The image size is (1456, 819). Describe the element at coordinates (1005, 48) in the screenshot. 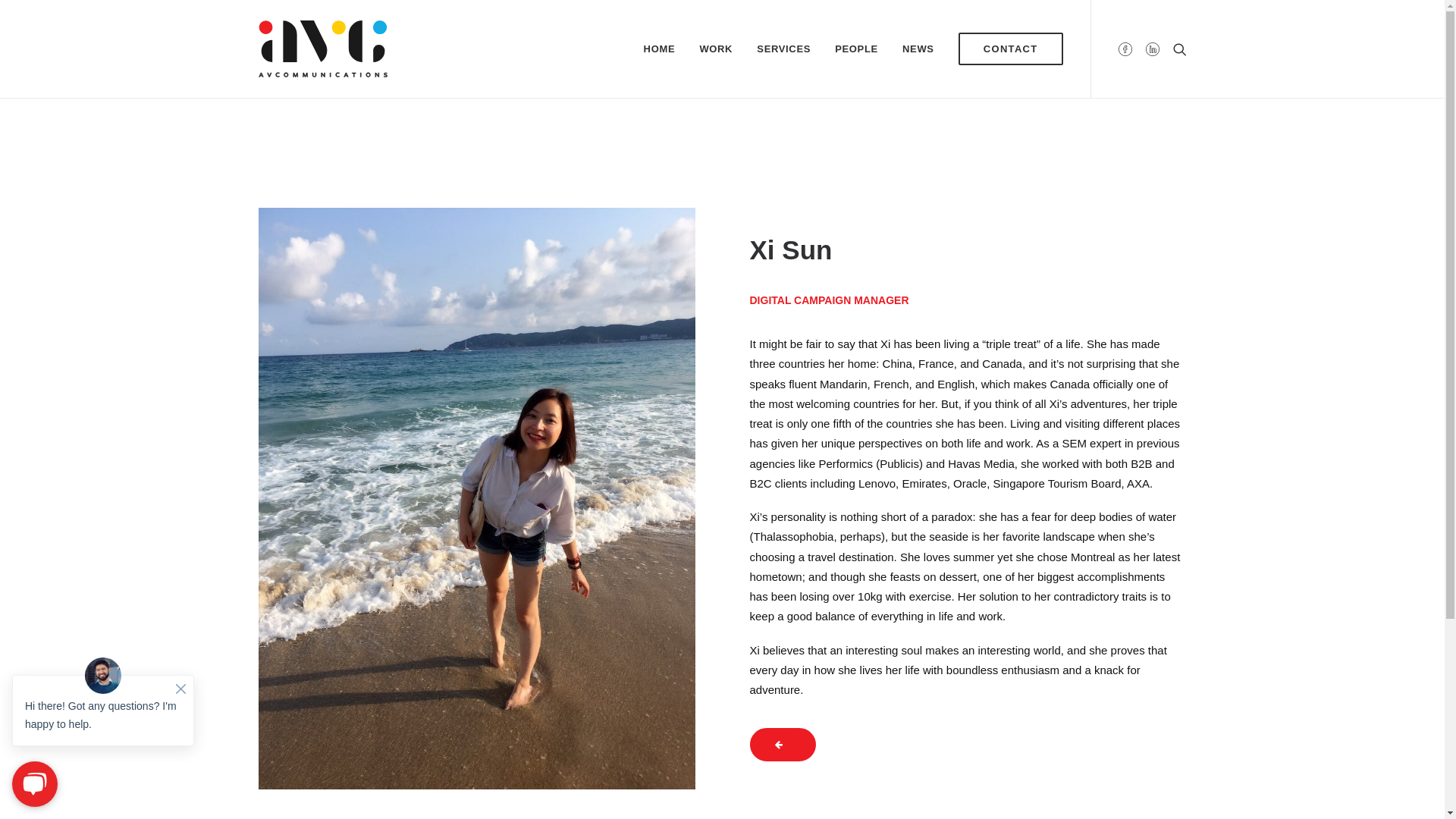

I see `'CONTACT'` at that location.